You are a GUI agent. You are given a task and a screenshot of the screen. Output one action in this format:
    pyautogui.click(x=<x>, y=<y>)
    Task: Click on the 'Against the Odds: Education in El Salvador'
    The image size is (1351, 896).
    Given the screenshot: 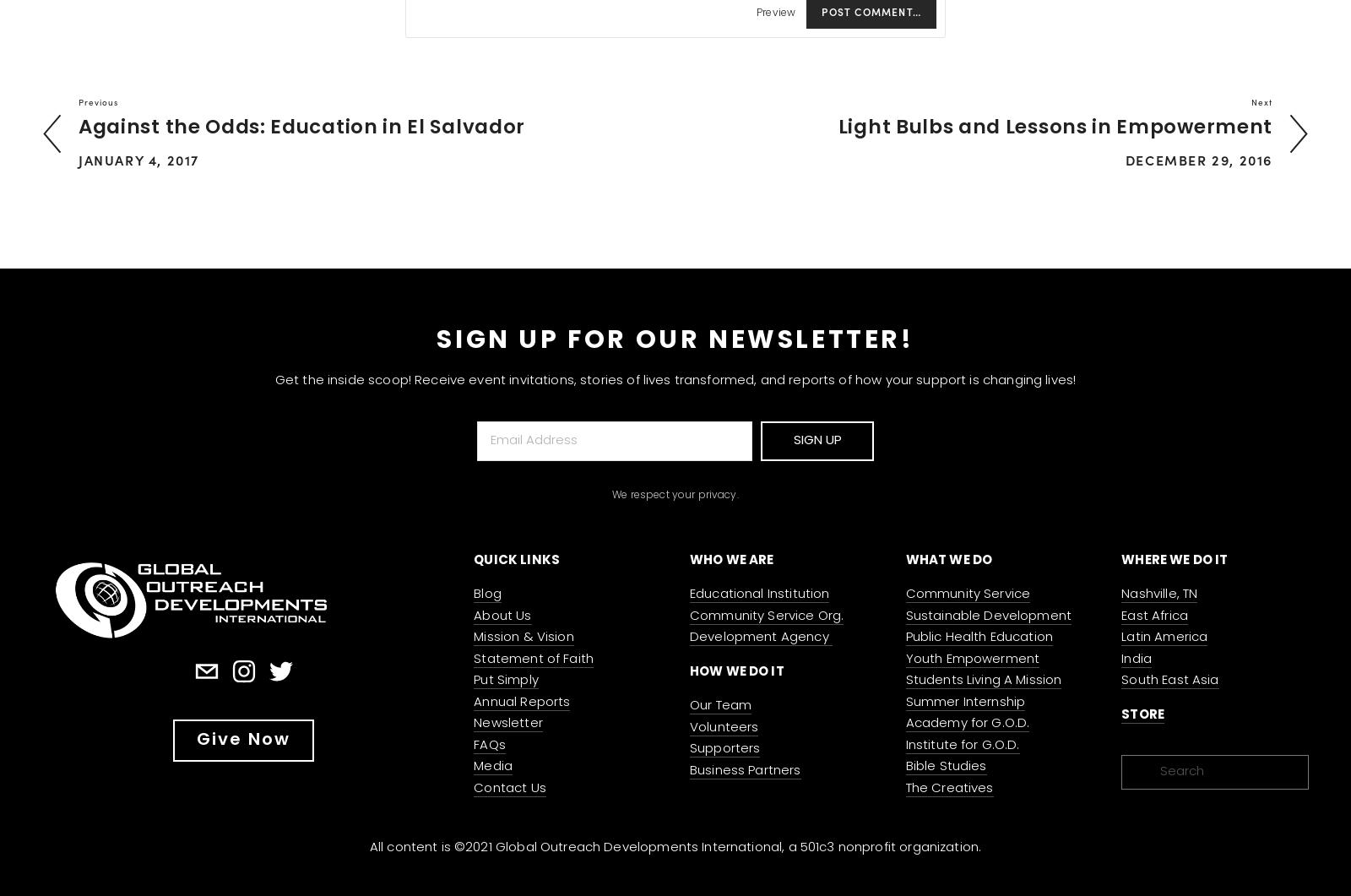 What is the action you would take?
    pyautogui.click(x=301, y=128)
    